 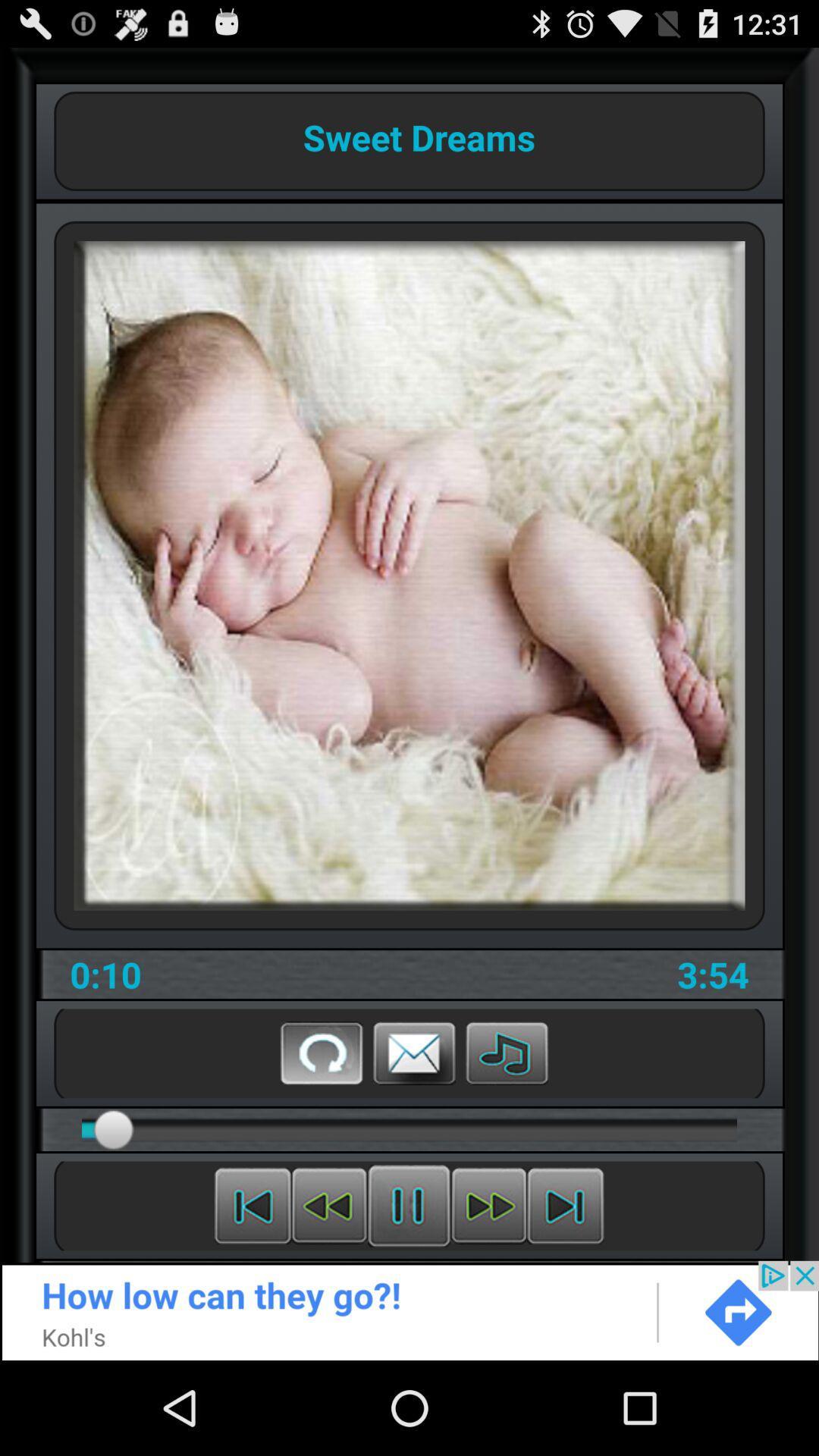 I want to click on next track, so click(x=565, y=1205).